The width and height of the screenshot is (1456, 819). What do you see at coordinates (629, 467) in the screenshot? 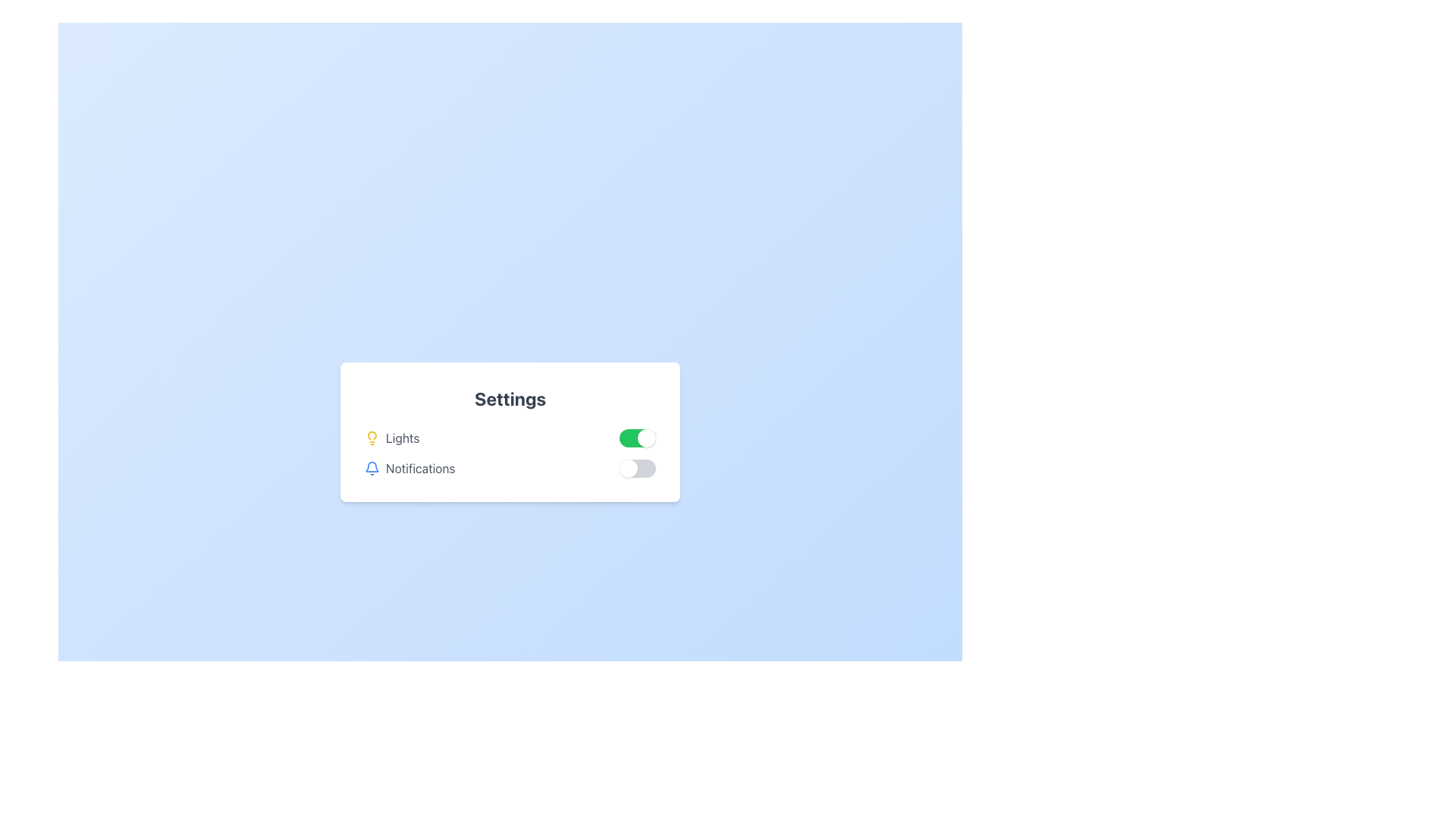
I see `the toggle indicator for the 'Notifications' switch` at bounding box center [629, 467].